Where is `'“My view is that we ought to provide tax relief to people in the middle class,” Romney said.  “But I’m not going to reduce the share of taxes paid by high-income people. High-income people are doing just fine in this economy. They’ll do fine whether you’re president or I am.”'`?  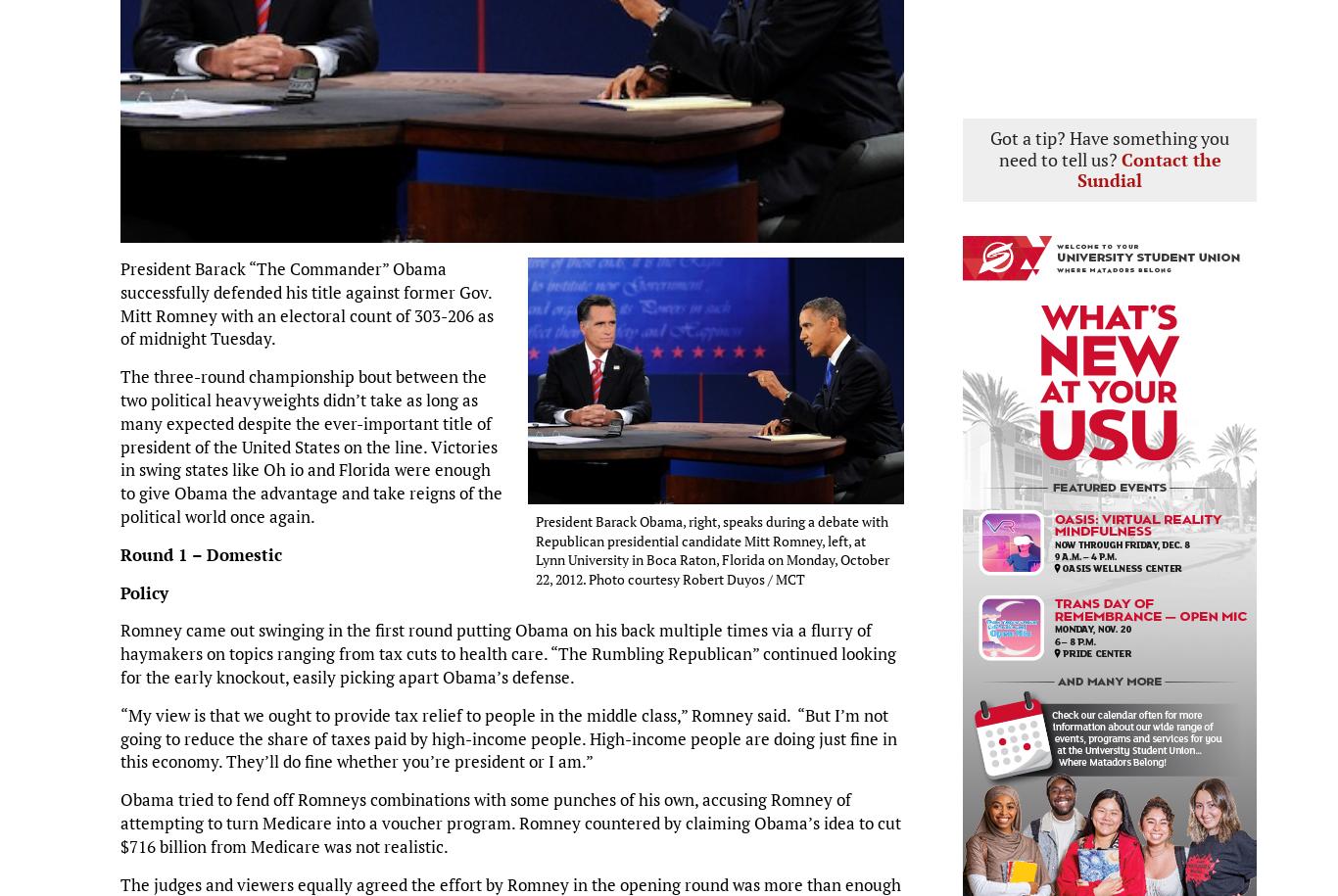
'“My view is that we ought to provide tax relief to people in the middle class,” Romney said.  “But I’m not going to reduce the share of taxes paid by high-income people. High-income people are doing just fine in this economy. They’ll do fine whether you’re president or I am.”' is located at coordinates (119, 737).